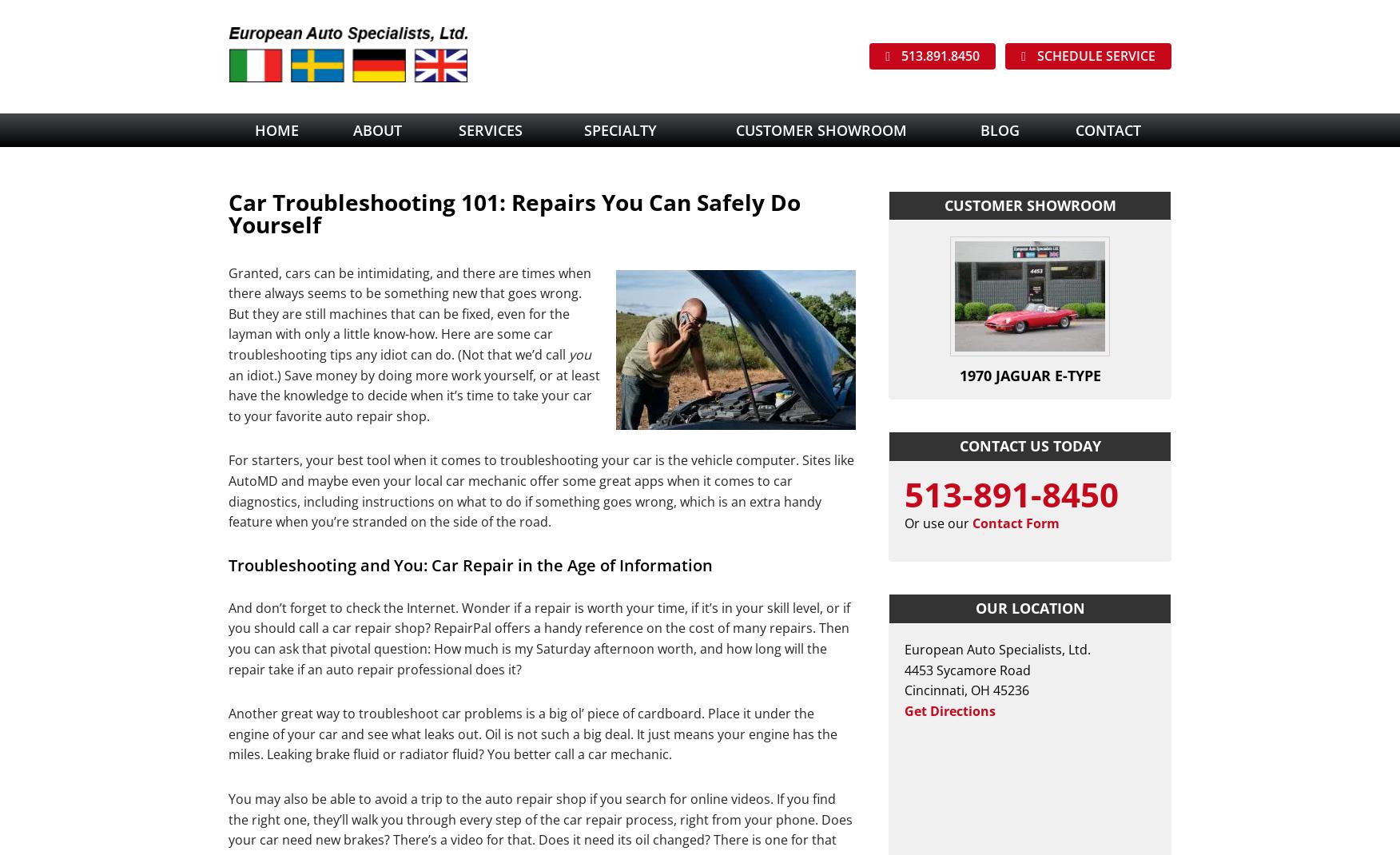  Describe the element at coordinates (1028, 376) in the screenshot. I see `'1970 Jaguar E-Type'` at that location.